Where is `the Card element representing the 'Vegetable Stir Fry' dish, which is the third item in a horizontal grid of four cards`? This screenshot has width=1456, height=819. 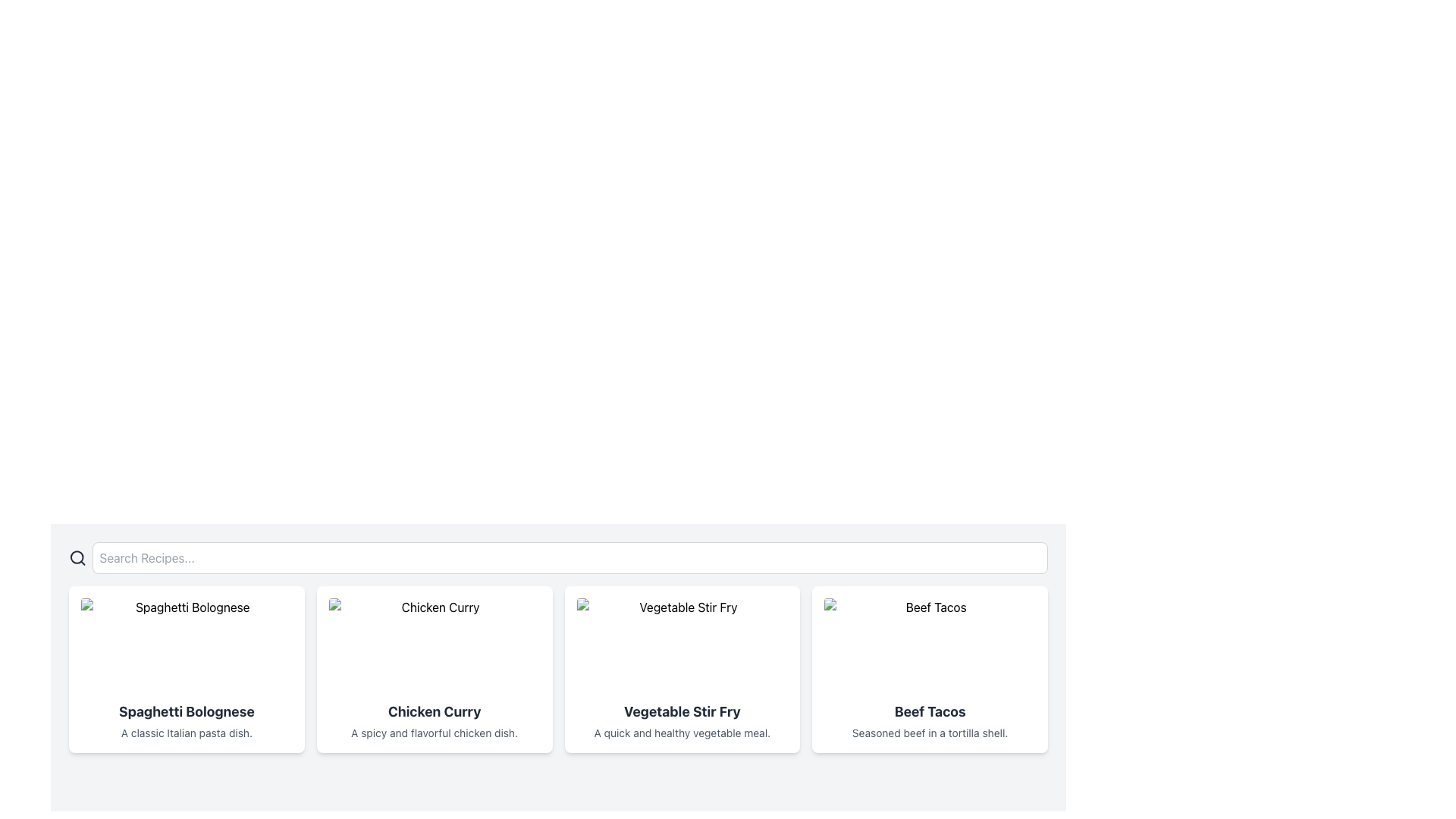
the Card element representing the 'Vegetable Stir Fry' dish, which is the third item in a horizontal grid of four cards is located at coordinates (681, 669).